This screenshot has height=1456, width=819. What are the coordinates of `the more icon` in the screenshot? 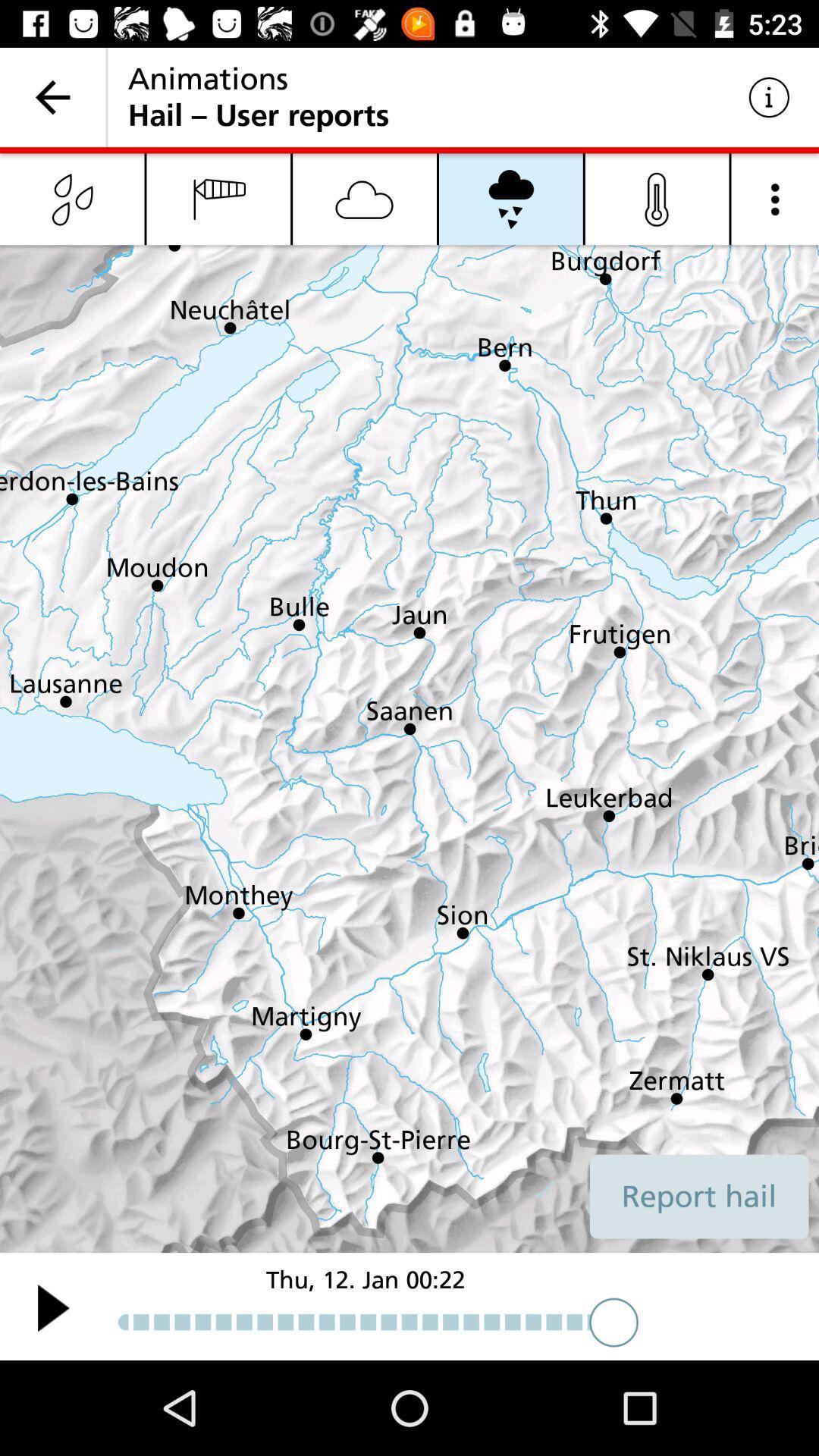 It's located at (775, 198).